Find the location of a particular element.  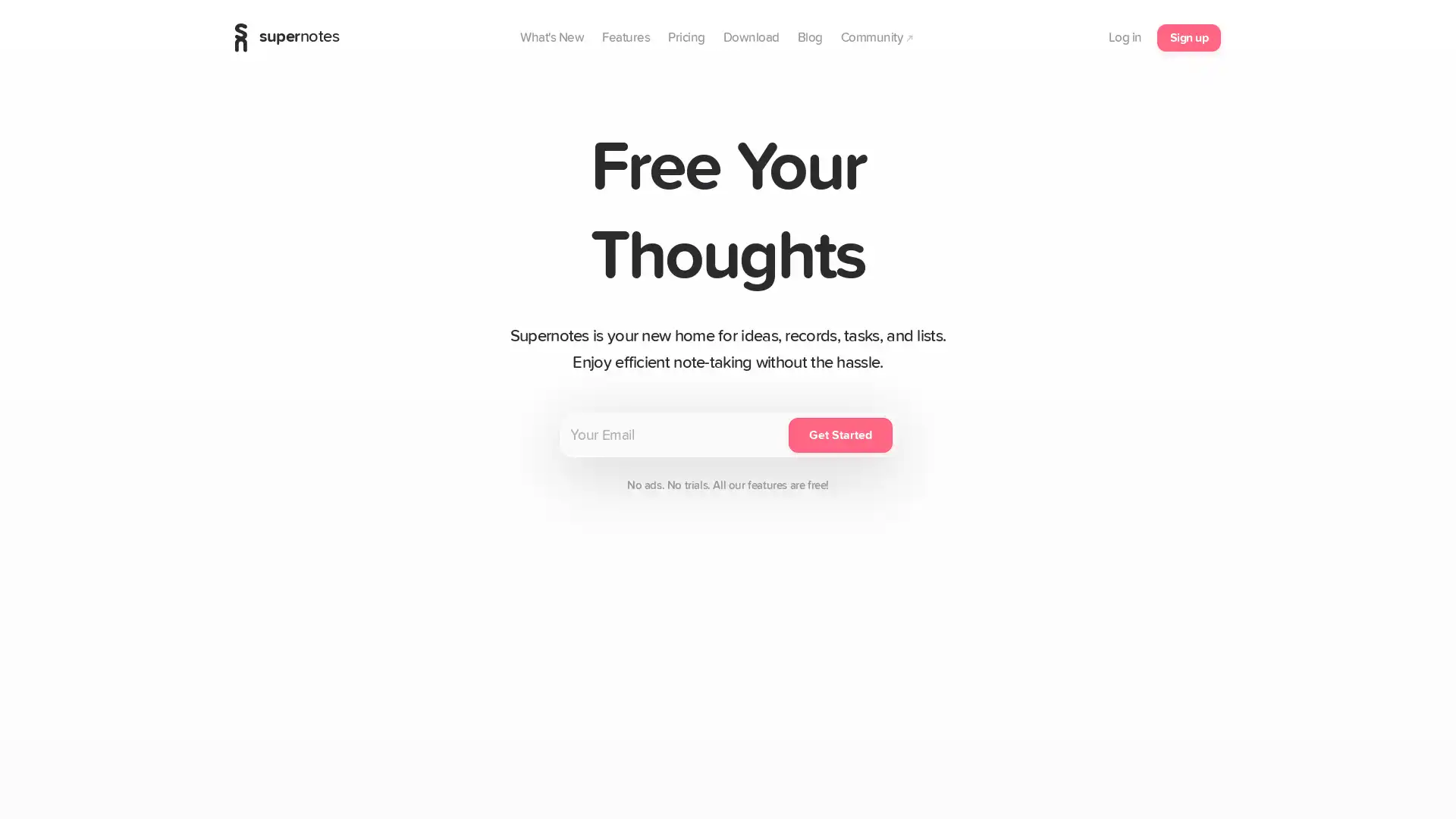

Sign up is located at coordinates (1188, 36).